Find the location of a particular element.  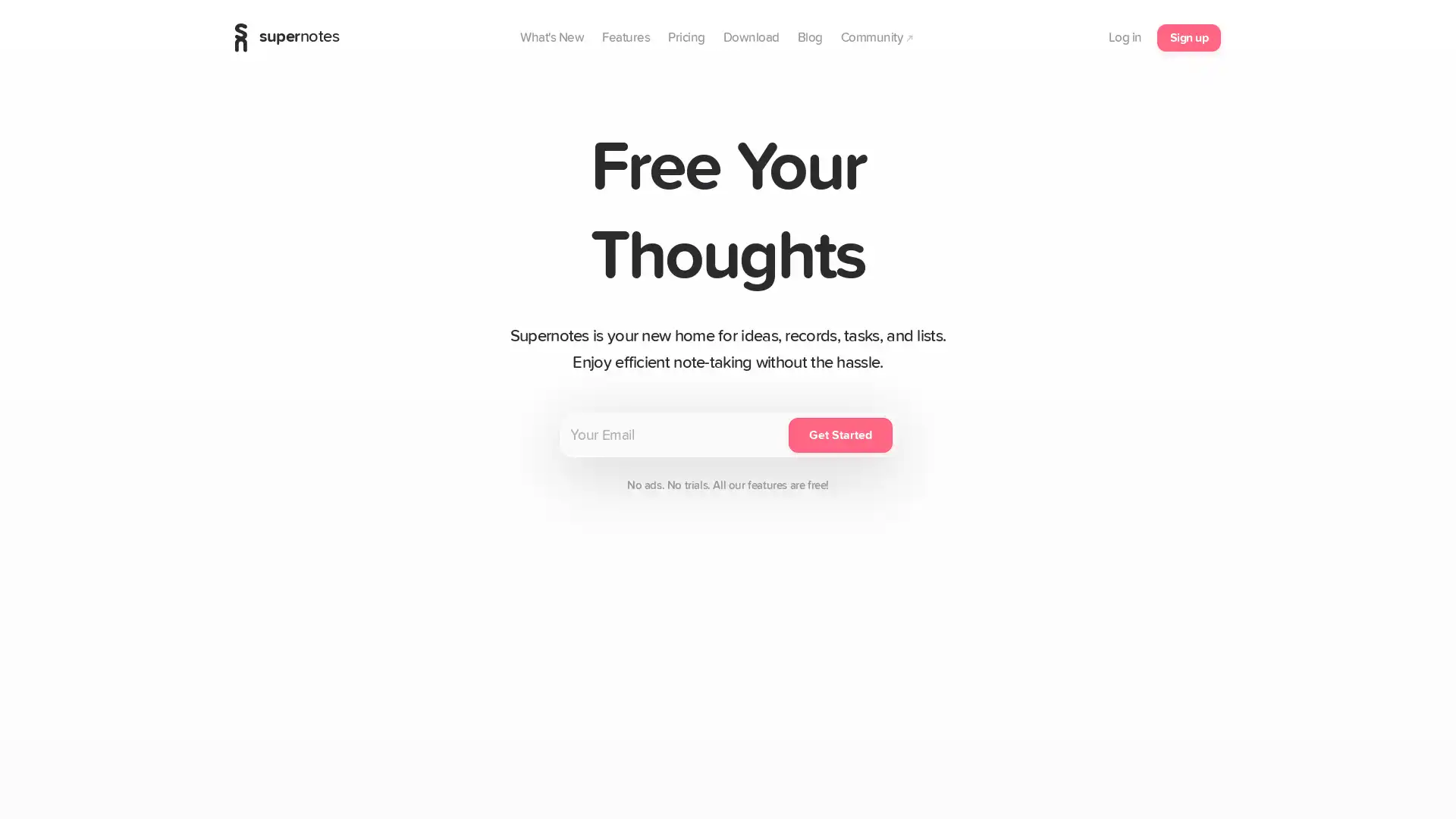

Sign up is located at coordinates (1188, 36).